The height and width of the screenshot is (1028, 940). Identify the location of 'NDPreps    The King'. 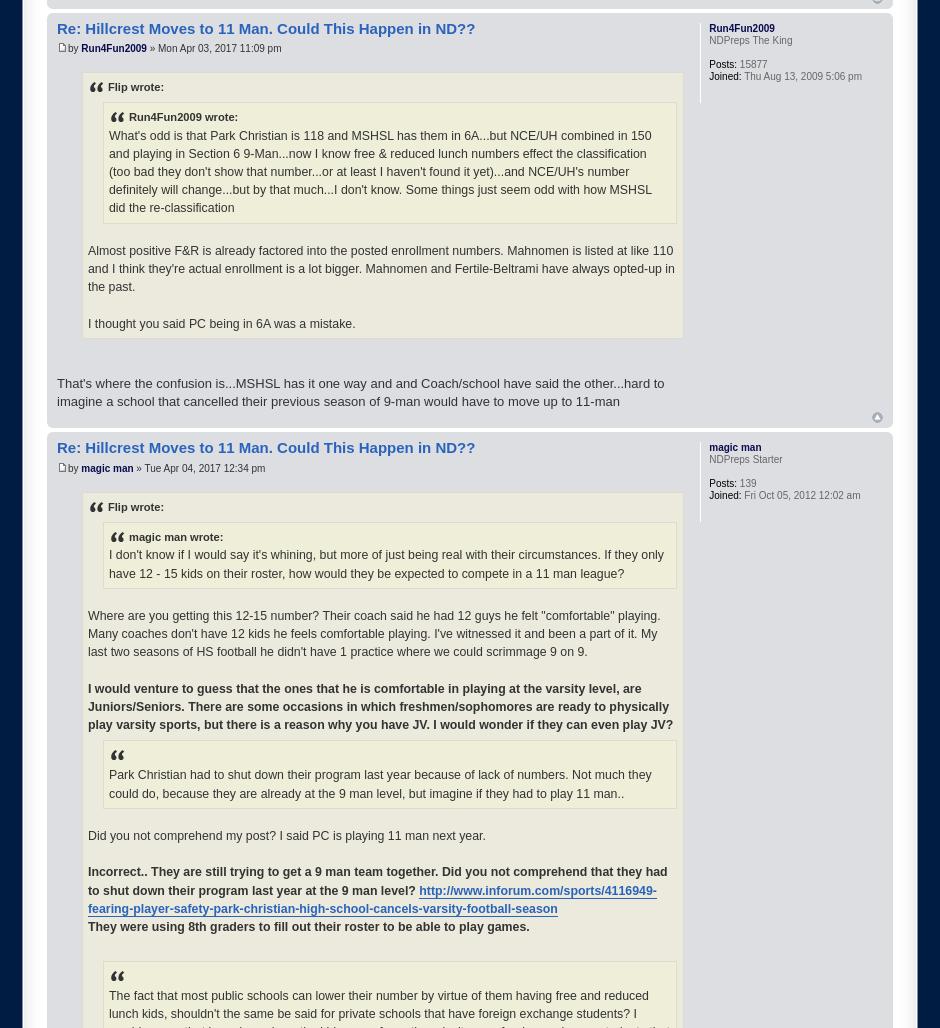
(749, 39).